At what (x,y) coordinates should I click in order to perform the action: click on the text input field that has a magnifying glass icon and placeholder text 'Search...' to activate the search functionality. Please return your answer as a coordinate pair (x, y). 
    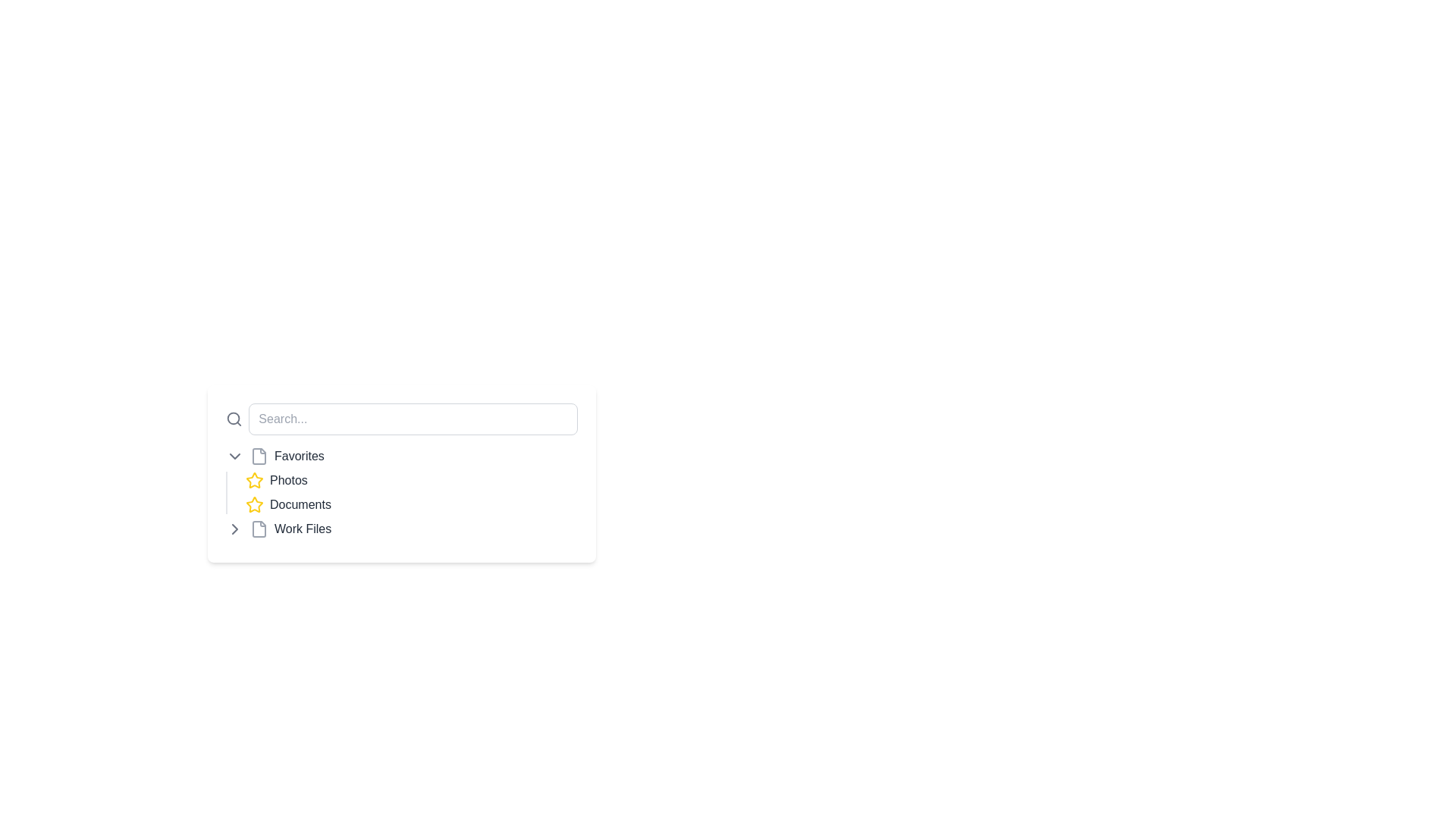
    Looking at the image, I should click on (401, 419).